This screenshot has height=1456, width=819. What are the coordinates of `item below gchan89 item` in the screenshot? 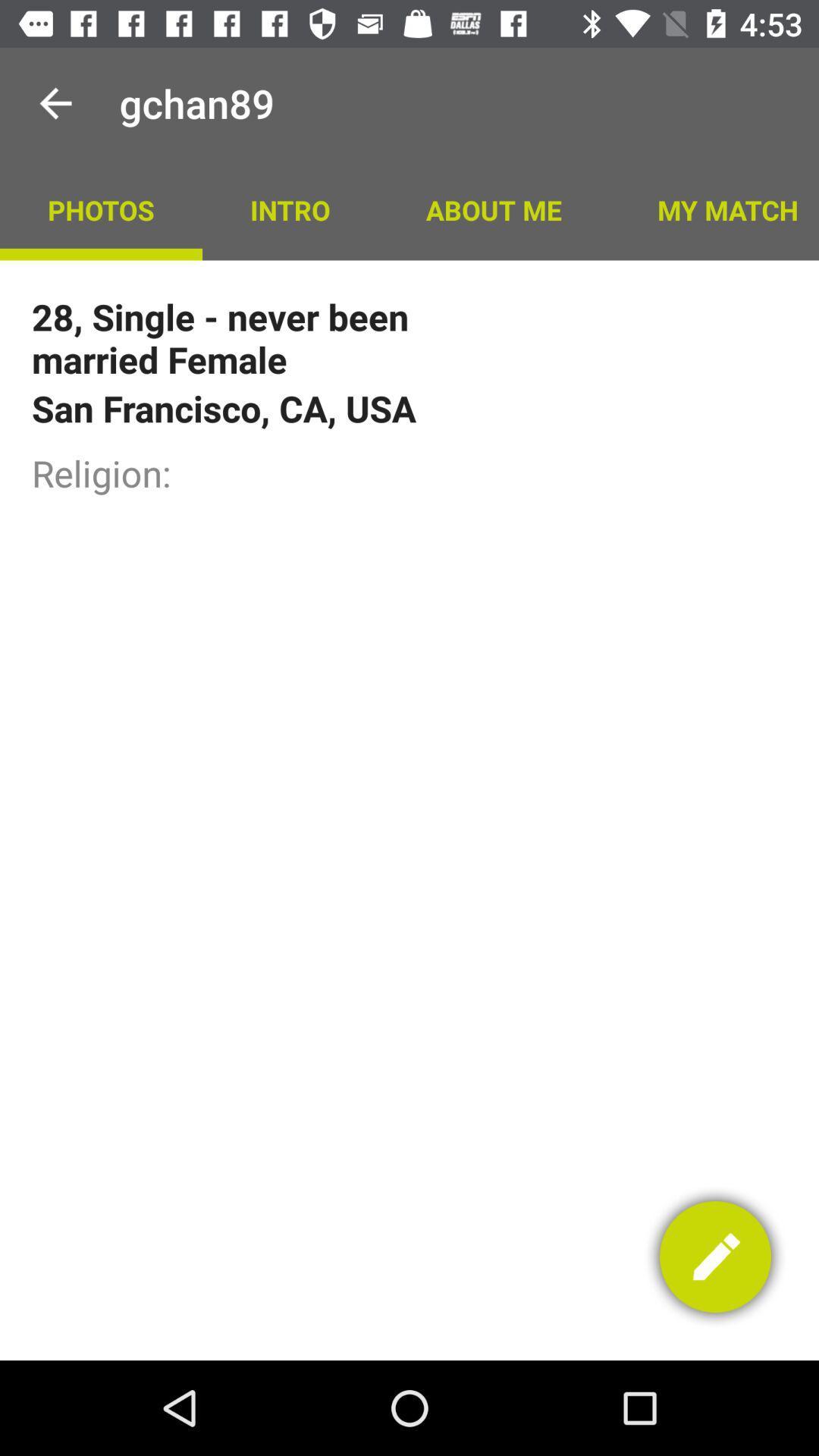 It's located at (290, 209).